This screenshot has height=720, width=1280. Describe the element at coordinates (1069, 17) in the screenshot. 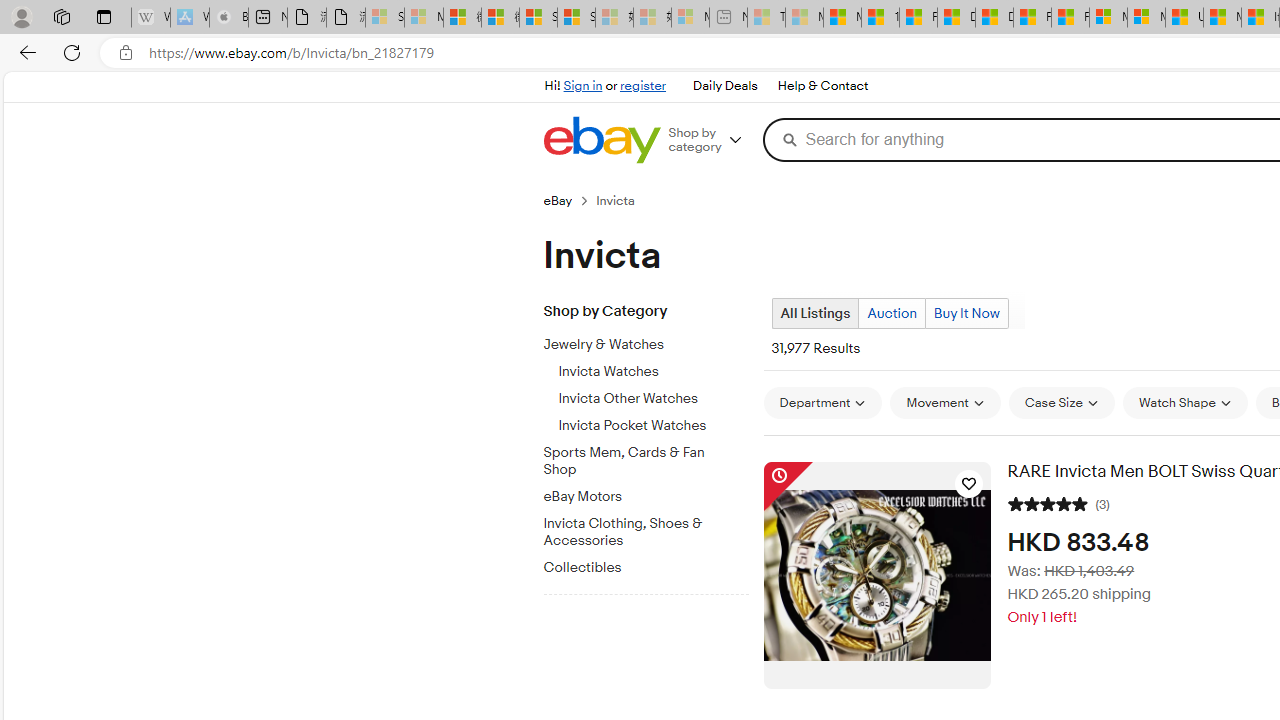

I see `'Foo BAR | Trusted Community Engagement and Contributions'` at that location.